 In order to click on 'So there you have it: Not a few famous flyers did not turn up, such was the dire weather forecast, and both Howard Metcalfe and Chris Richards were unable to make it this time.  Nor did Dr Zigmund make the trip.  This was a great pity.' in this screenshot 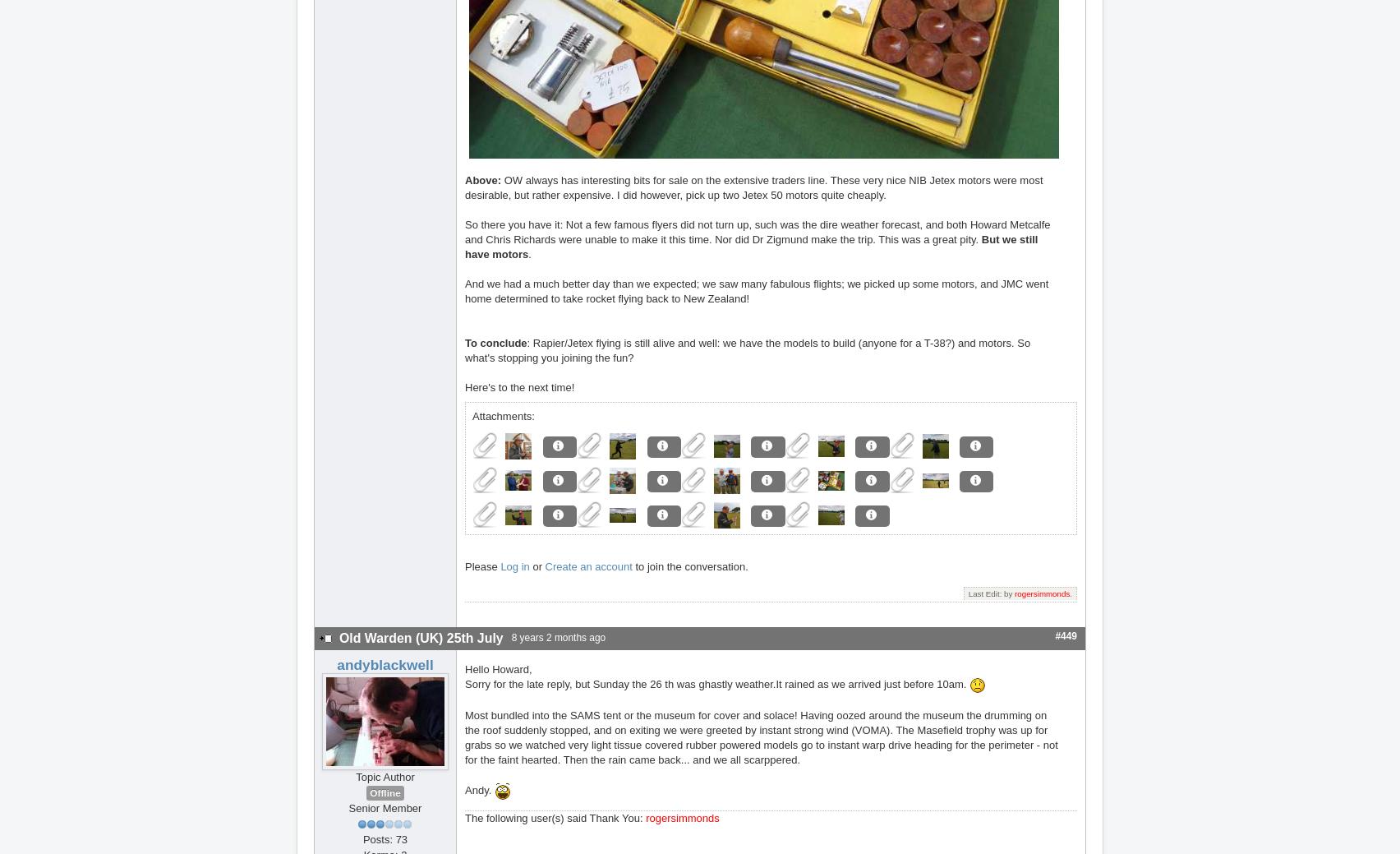, I will do `click(758, 232)`.